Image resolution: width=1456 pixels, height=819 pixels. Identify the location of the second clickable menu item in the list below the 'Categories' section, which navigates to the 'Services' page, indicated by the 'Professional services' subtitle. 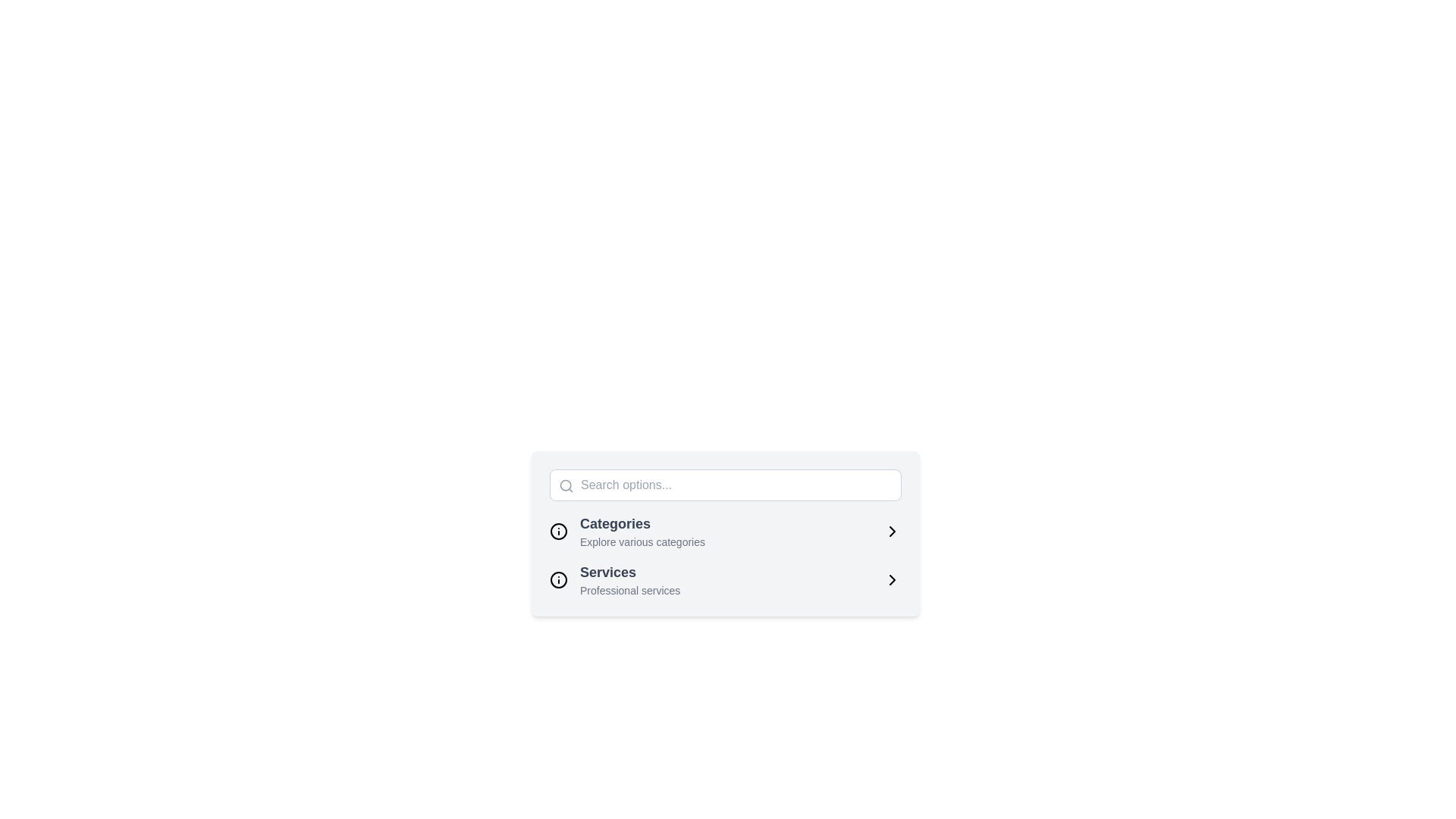
(724, 579).